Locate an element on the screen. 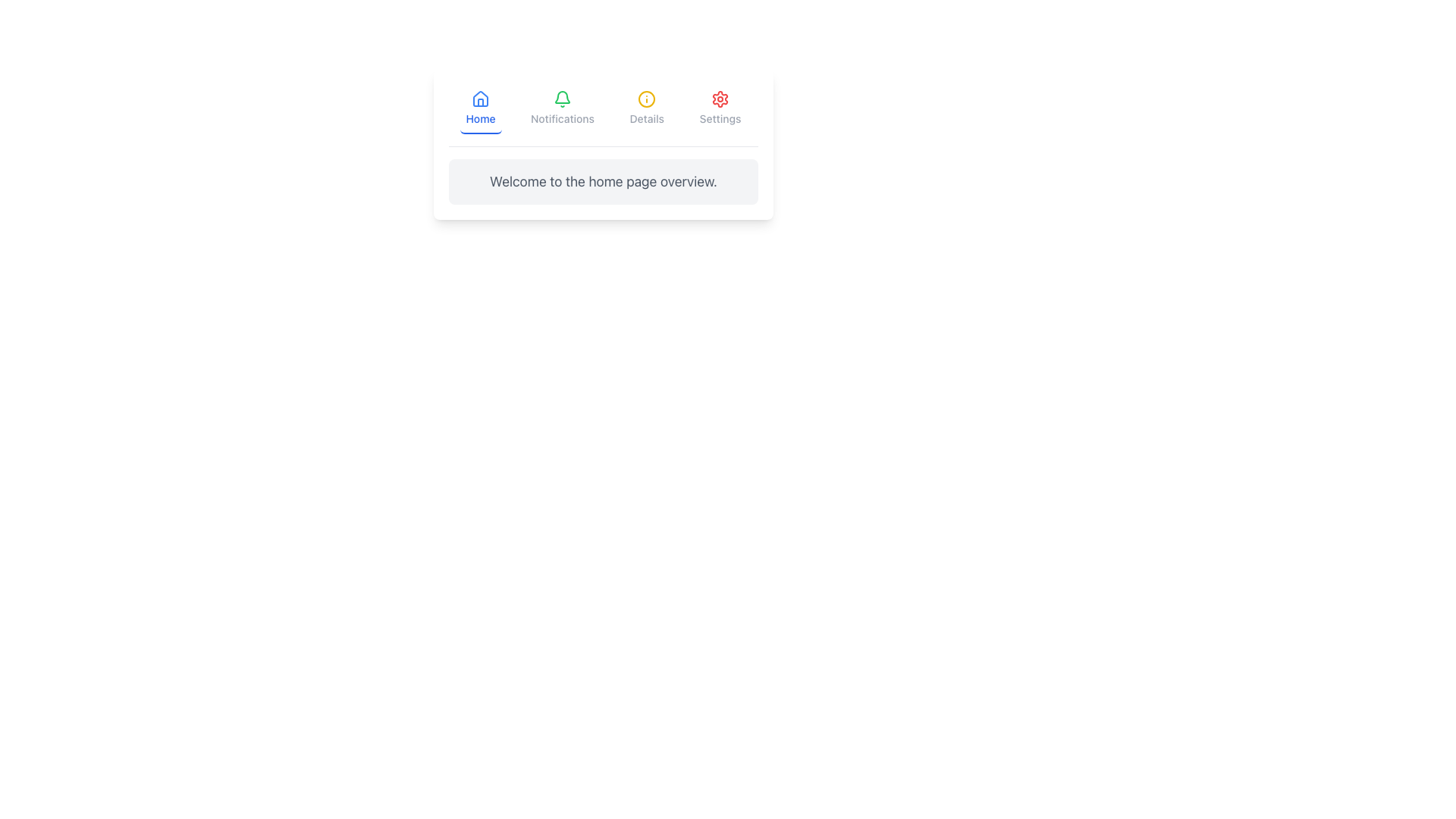  the blue 'Home' button icon that displays a house and the word 'Home' beneath it is located at coordinates (479, 108).